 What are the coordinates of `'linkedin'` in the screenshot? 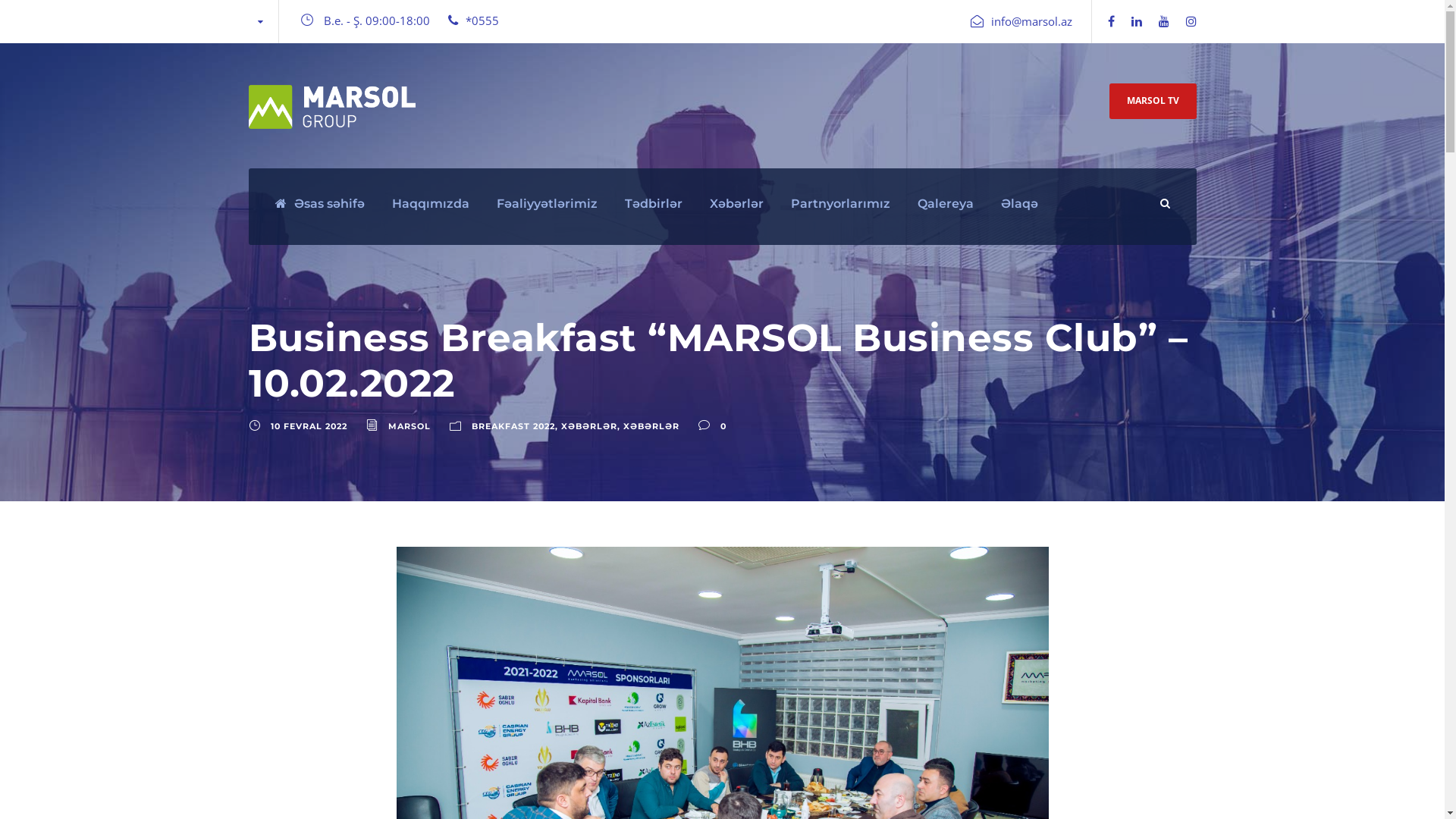 It's located at (1136, 20).